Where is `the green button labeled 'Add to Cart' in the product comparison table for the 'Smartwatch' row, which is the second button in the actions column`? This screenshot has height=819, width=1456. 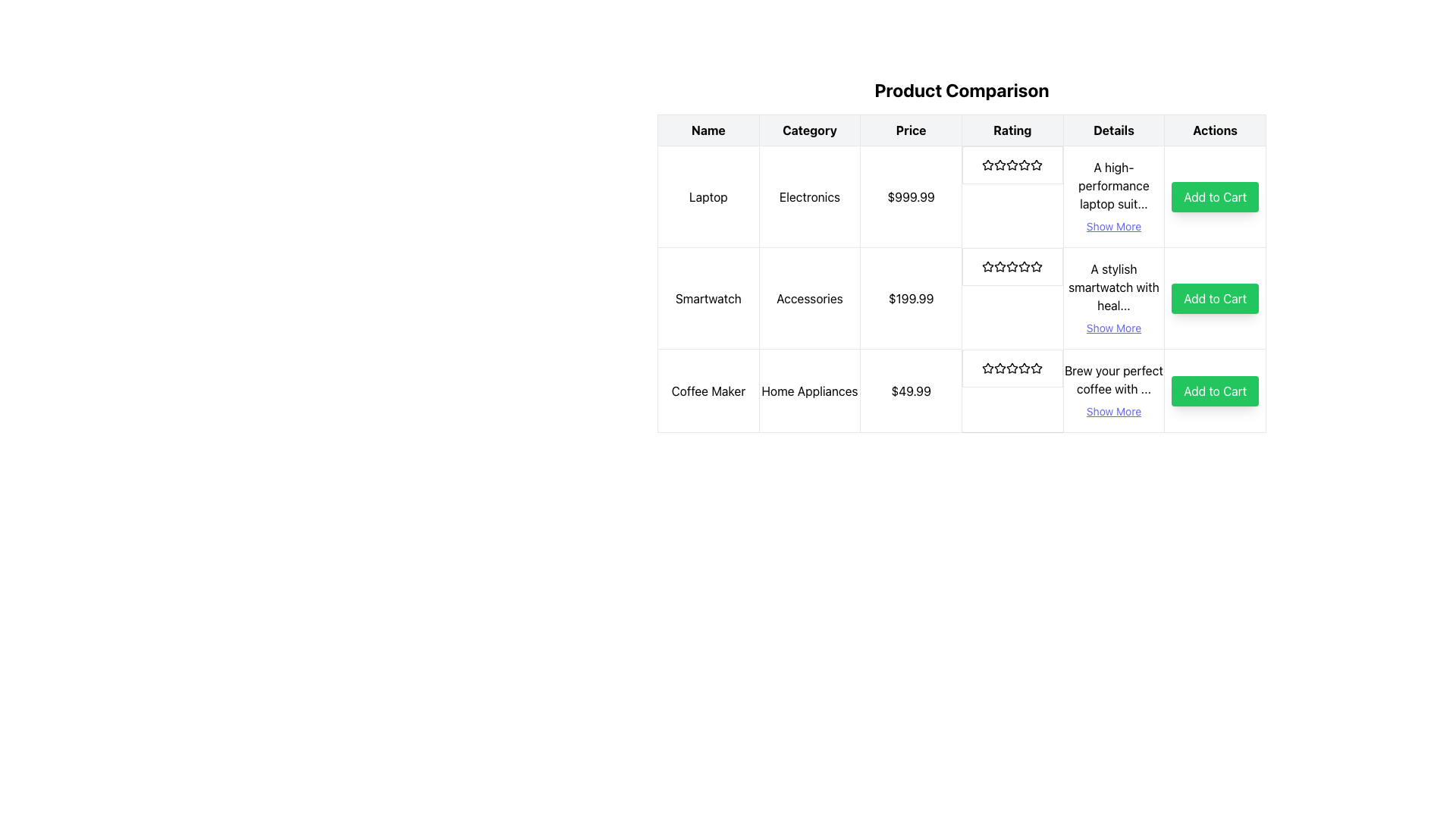 the green button labeled 'Add to Cart' in the product comparison table for the 'Smartwatch' row, which is the second button in the actions column is located at coordinates (1215, 298).